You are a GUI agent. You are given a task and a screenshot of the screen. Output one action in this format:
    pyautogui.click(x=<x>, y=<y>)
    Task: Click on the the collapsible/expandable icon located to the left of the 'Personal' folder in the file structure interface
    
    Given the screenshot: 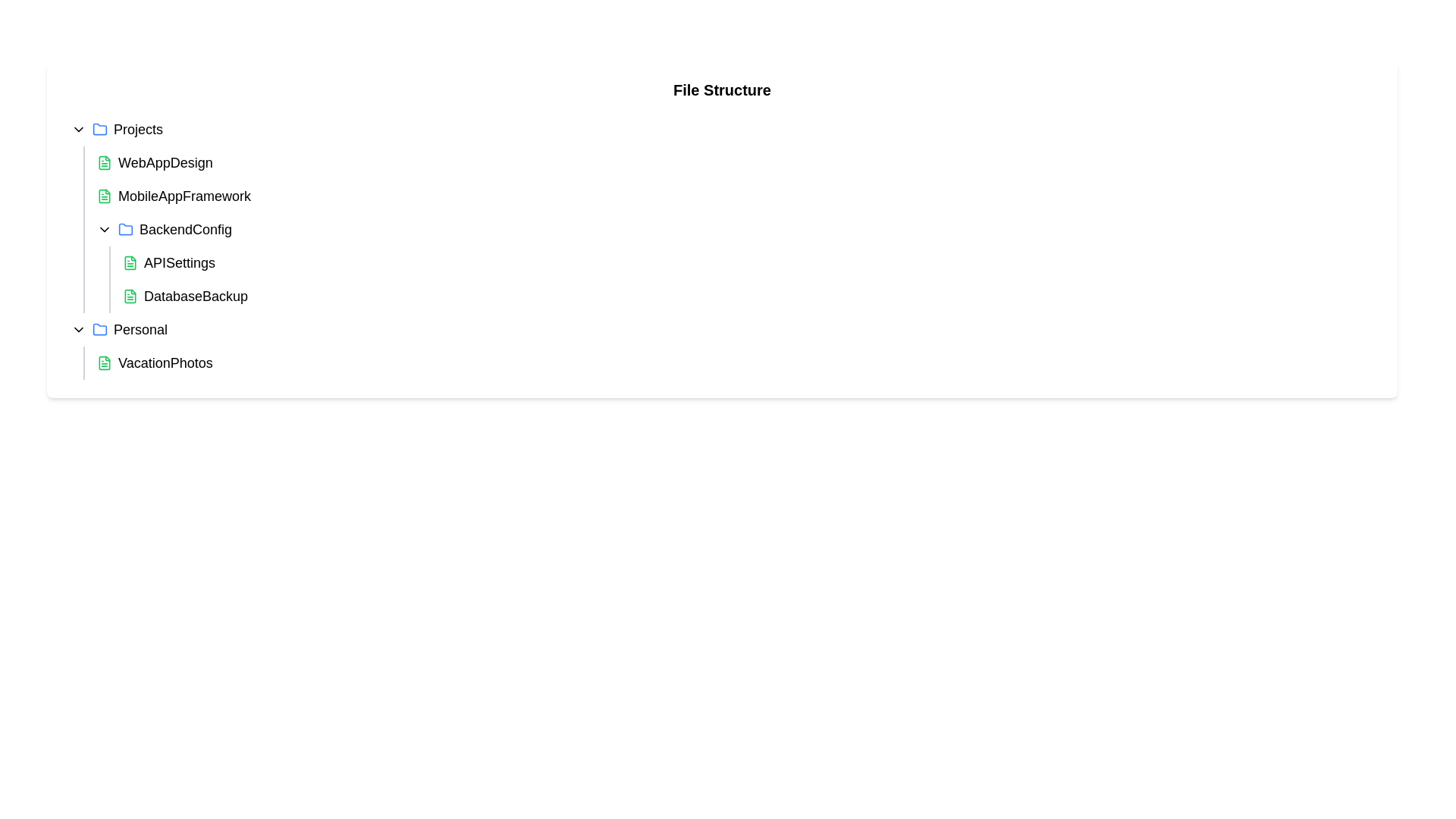 What is the action you would take?
    pyautogui.click(x=78, y=329)
    